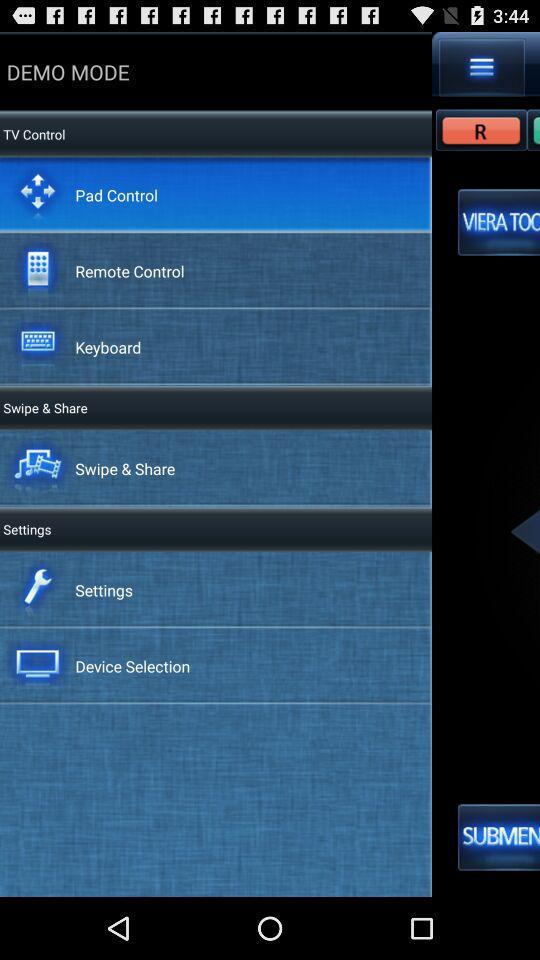 The width and height of the screenshot is (540, 960). Describe the element at coordinates (116, 194) in the screenshot. I see `the pad control app` at that location.